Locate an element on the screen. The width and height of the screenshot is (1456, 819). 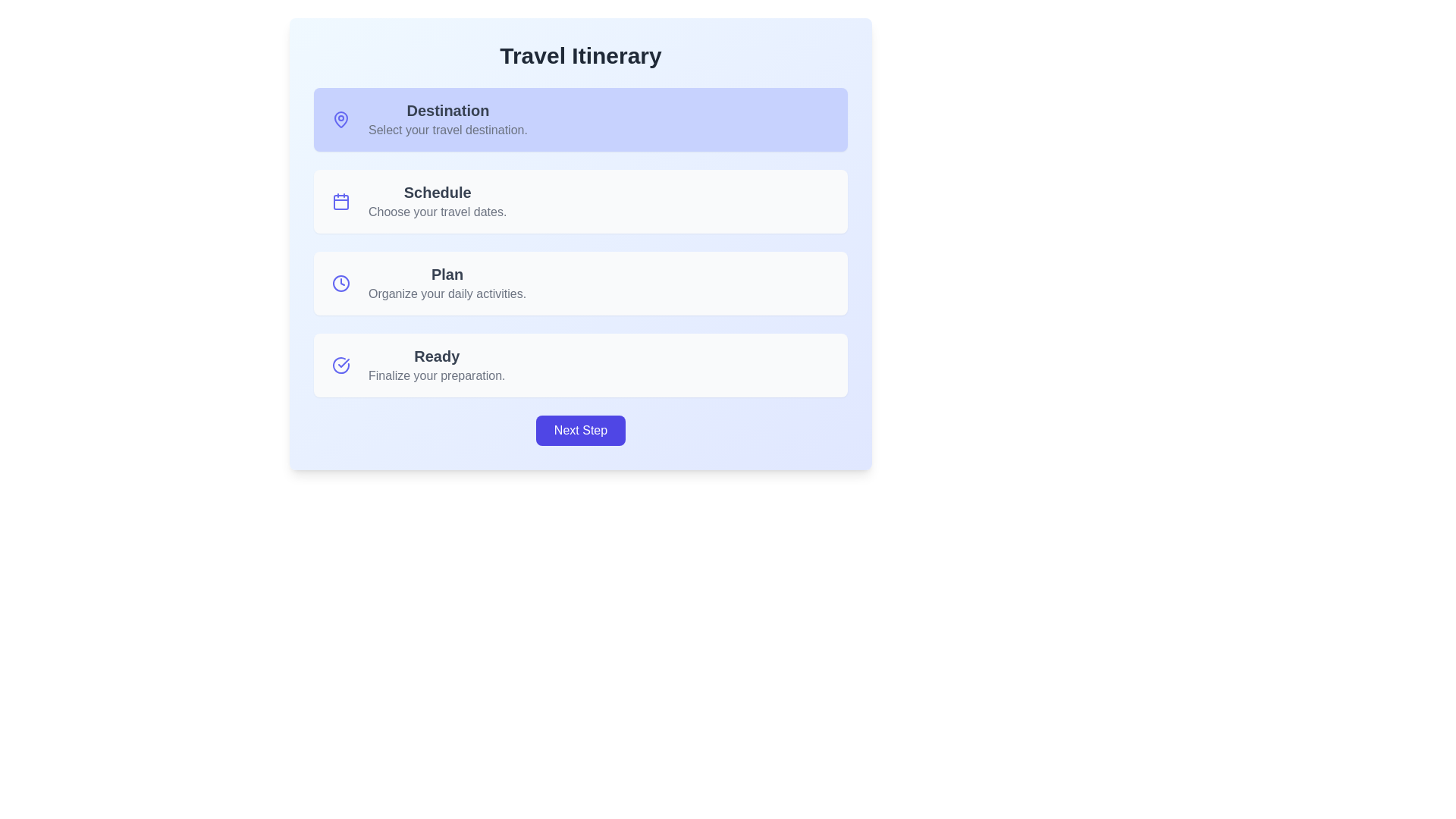
the circular segment of the checkmark icon located in the fourth row of the 'Ready' items list is located at coordinates (340, 366).